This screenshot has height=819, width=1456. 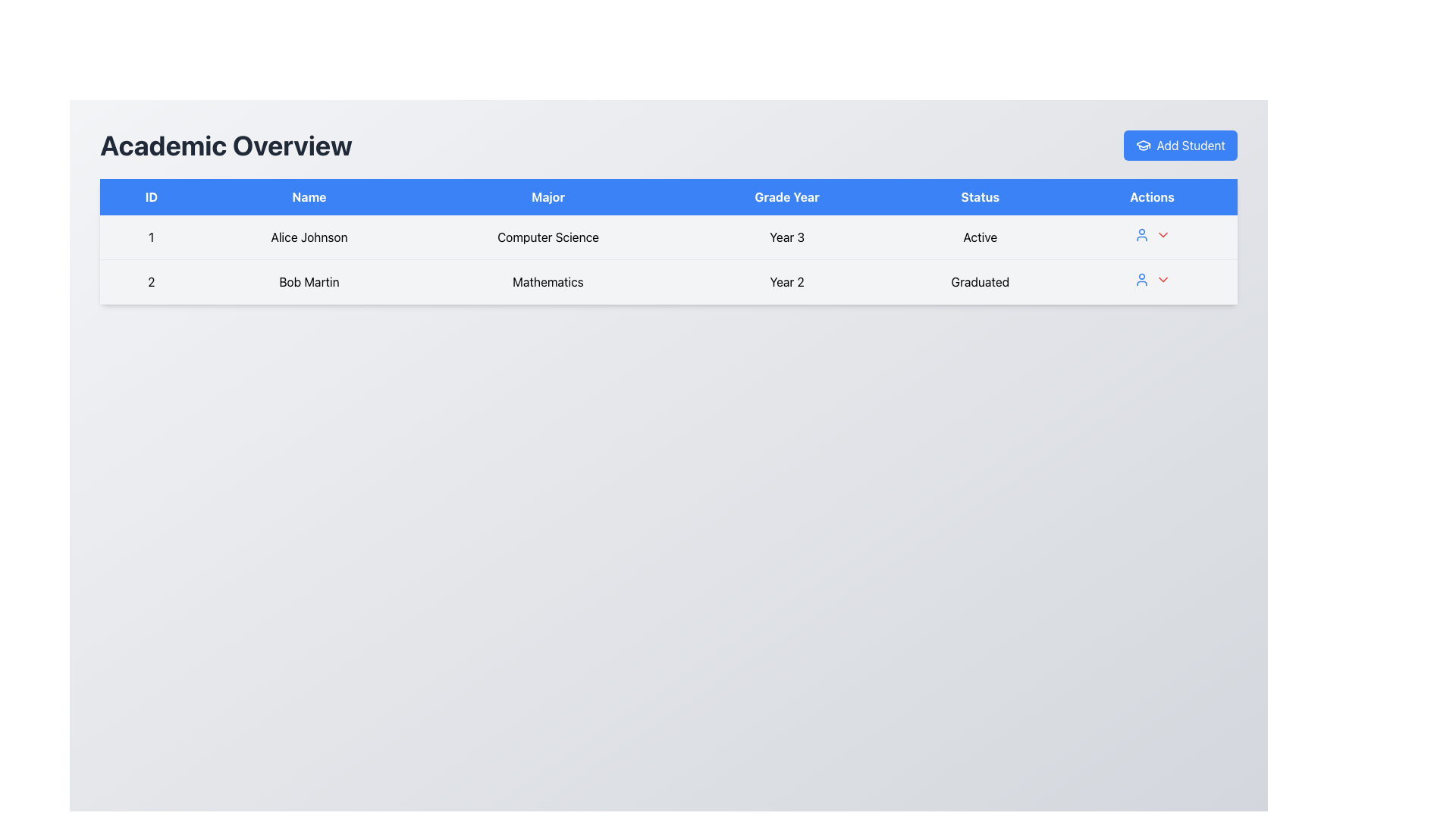 What do you see at coordinates (787, 237) in the screenshot?
I see `the static text display that shows 'Year 3' in bold, located in the fourth column of the first row of the table` at bounding box center [787, 237].